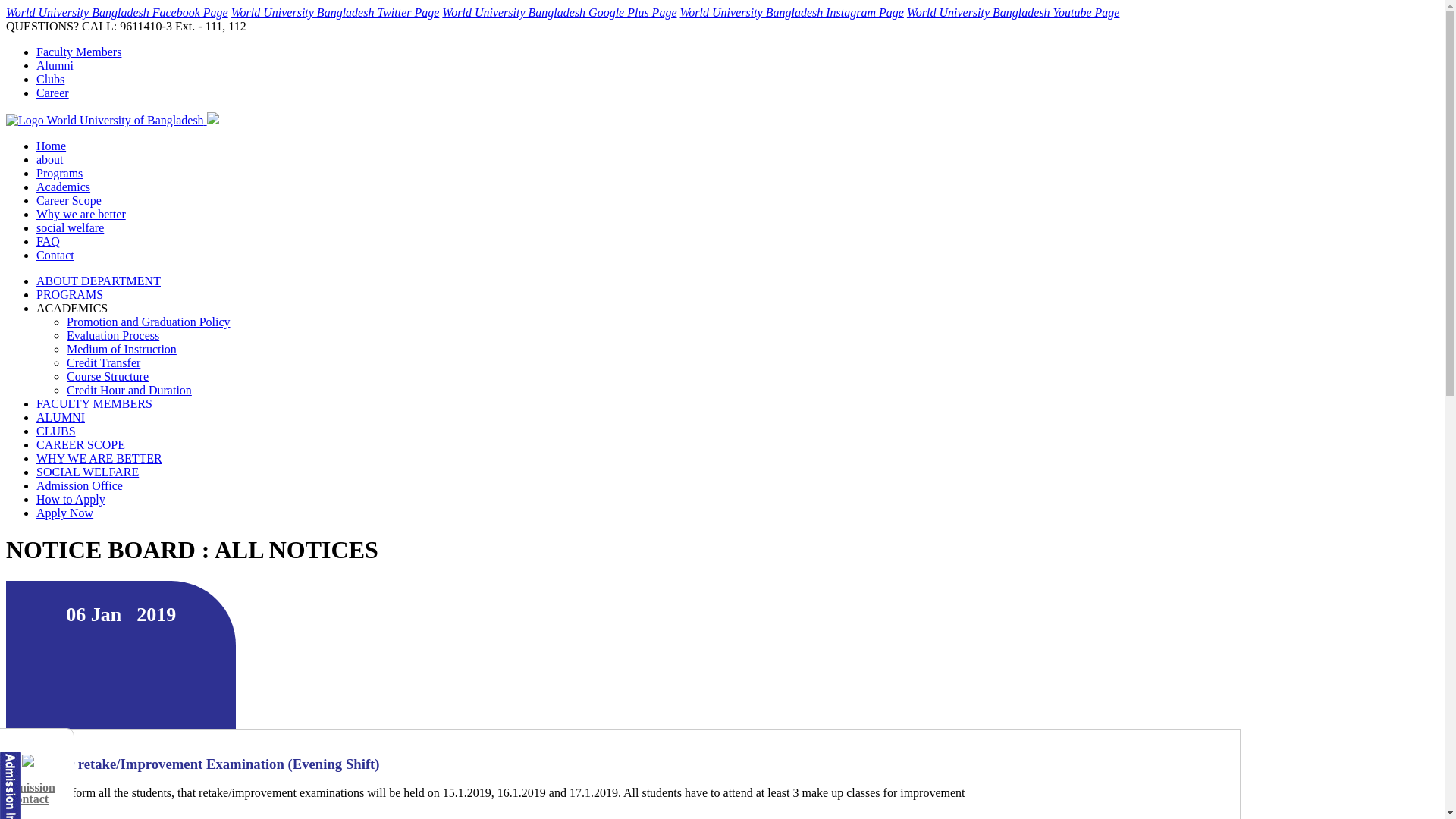 Image resolution: width=1456 pixels, height=819 pixels. What do you see at coordinates (61, 417) in the screenshot?
I see `'ALUMNI'` at bounding box center [61, 417].